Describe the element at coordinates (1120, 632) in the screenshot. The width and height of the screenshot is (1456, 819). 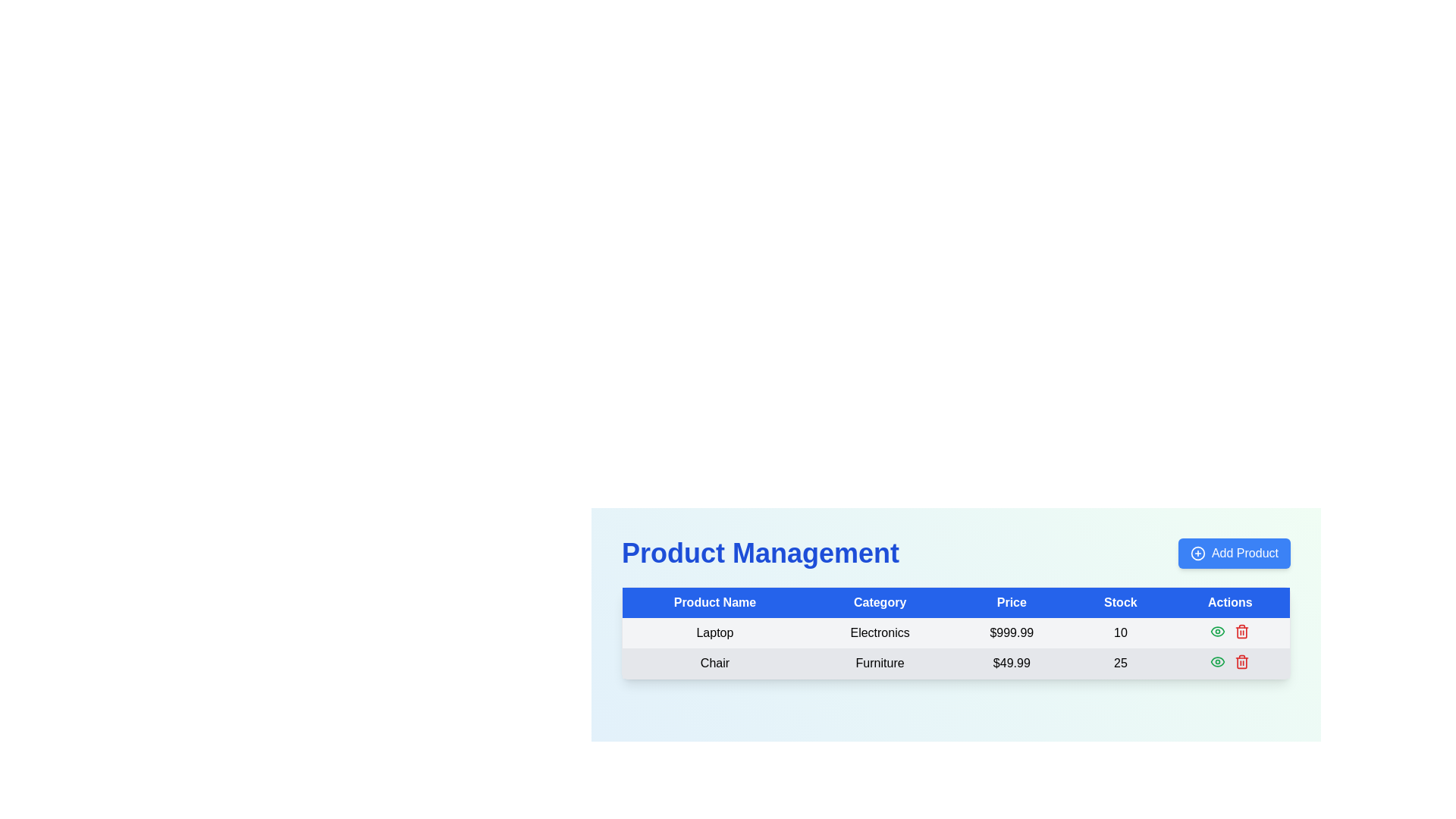
I see `the Static Text displaying the numeric value '10' in the 'Stock' column of the first row under the 'Product Management' section` at that location.